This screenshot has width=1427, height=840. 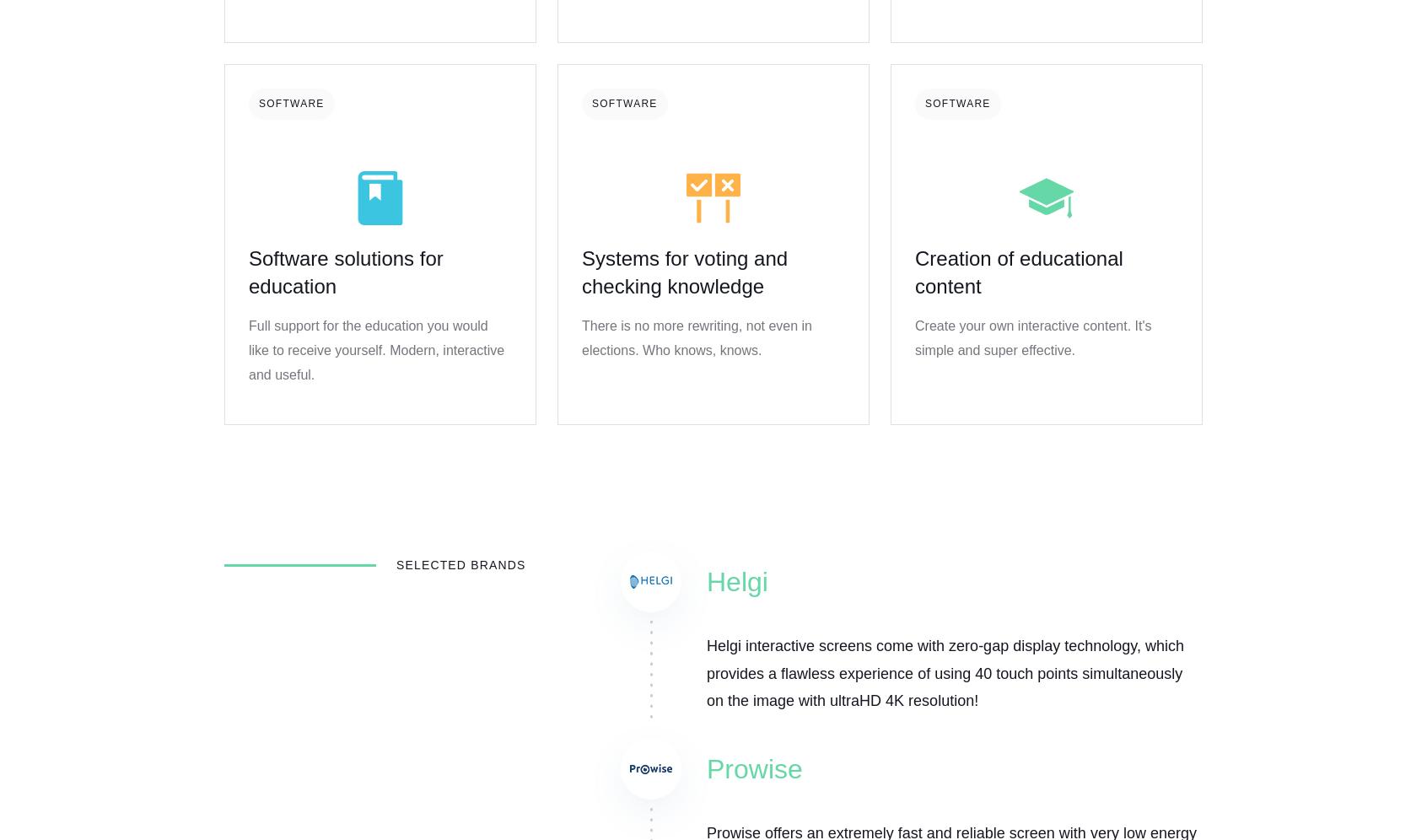 I want to click on 'There is no more rewriting, not even in elections. Who knows, knows.', so click(x=581, y=337).